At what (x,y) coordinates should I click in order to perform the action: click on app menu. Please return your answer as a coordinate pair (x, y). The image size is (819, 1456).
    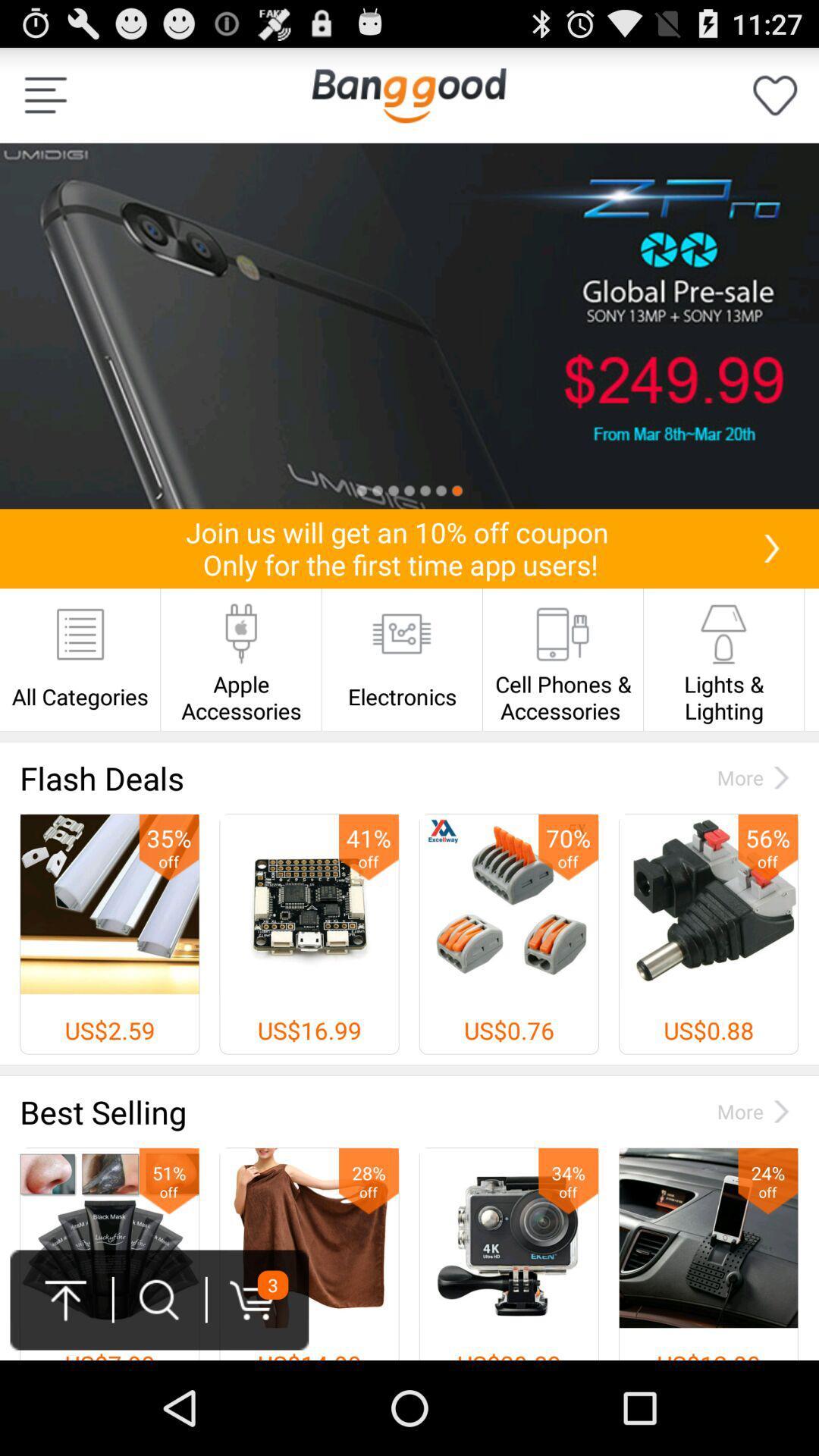
    Looking at the image, I should click on (45, 94).